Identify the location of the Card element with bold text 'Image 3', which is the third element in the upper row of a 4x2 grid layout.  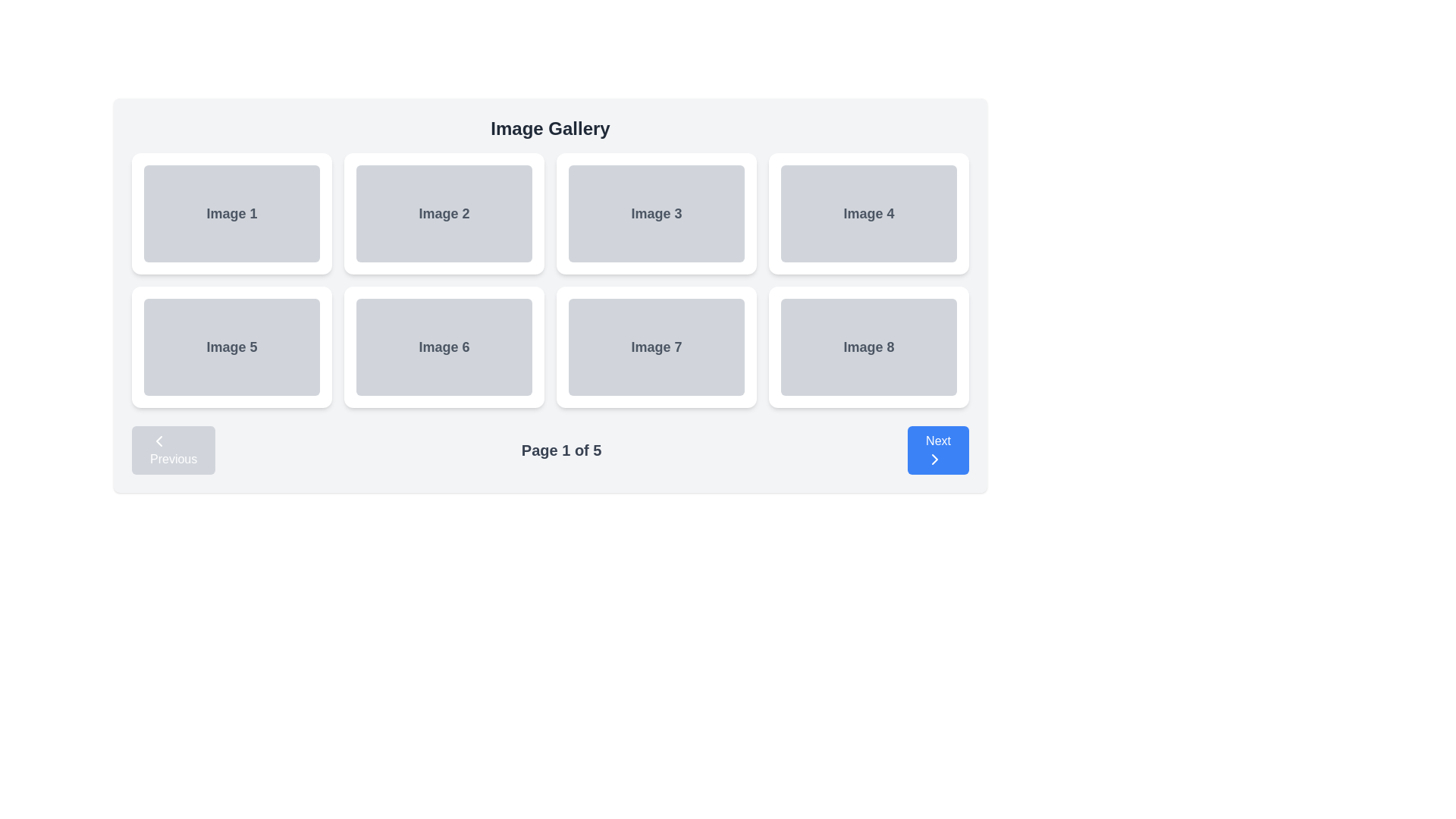
(656, 213).